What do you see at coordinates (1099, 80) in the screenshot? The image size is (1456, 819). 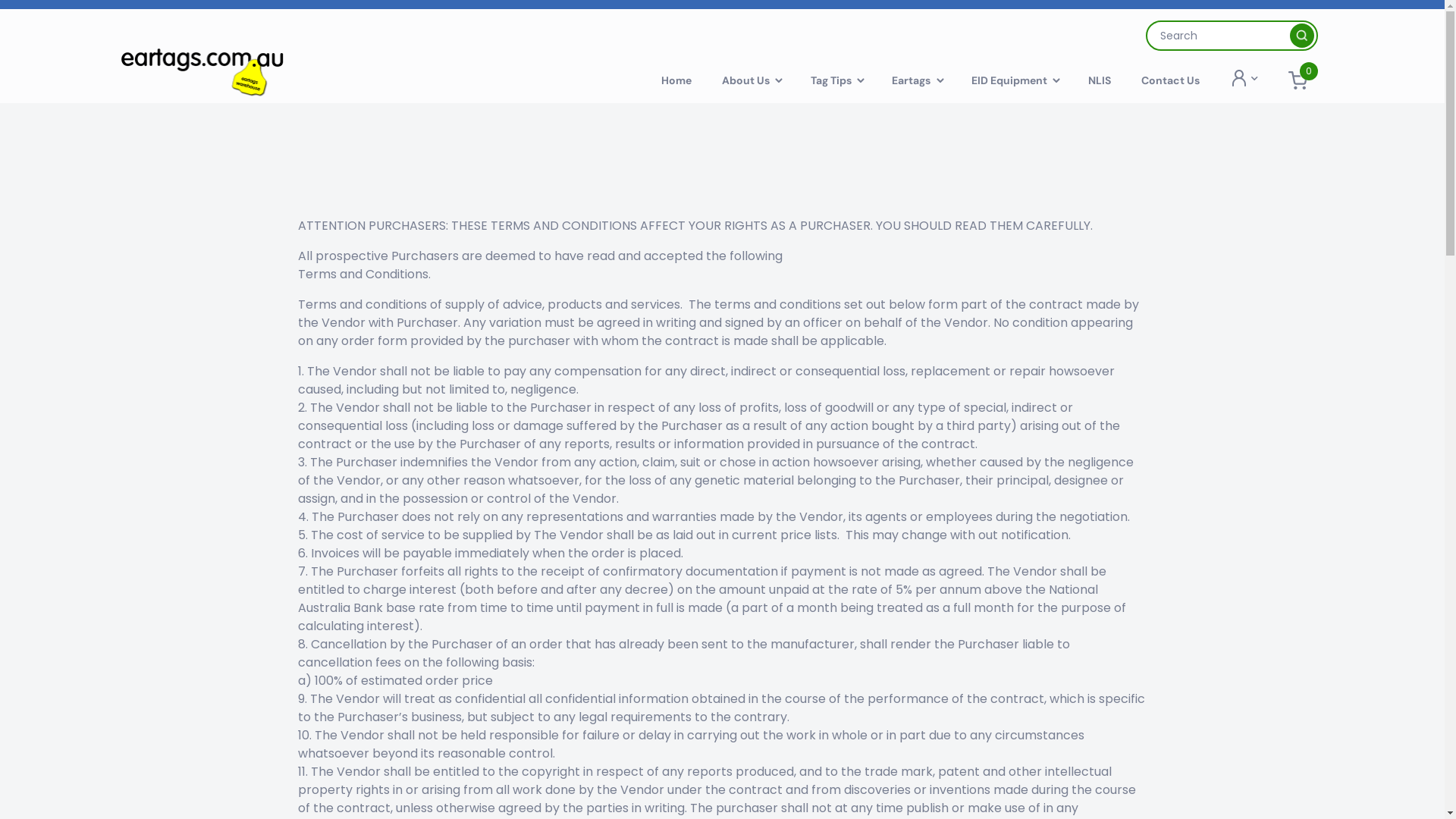 I see `'NLIS'` at bounding box center [1099, 80].